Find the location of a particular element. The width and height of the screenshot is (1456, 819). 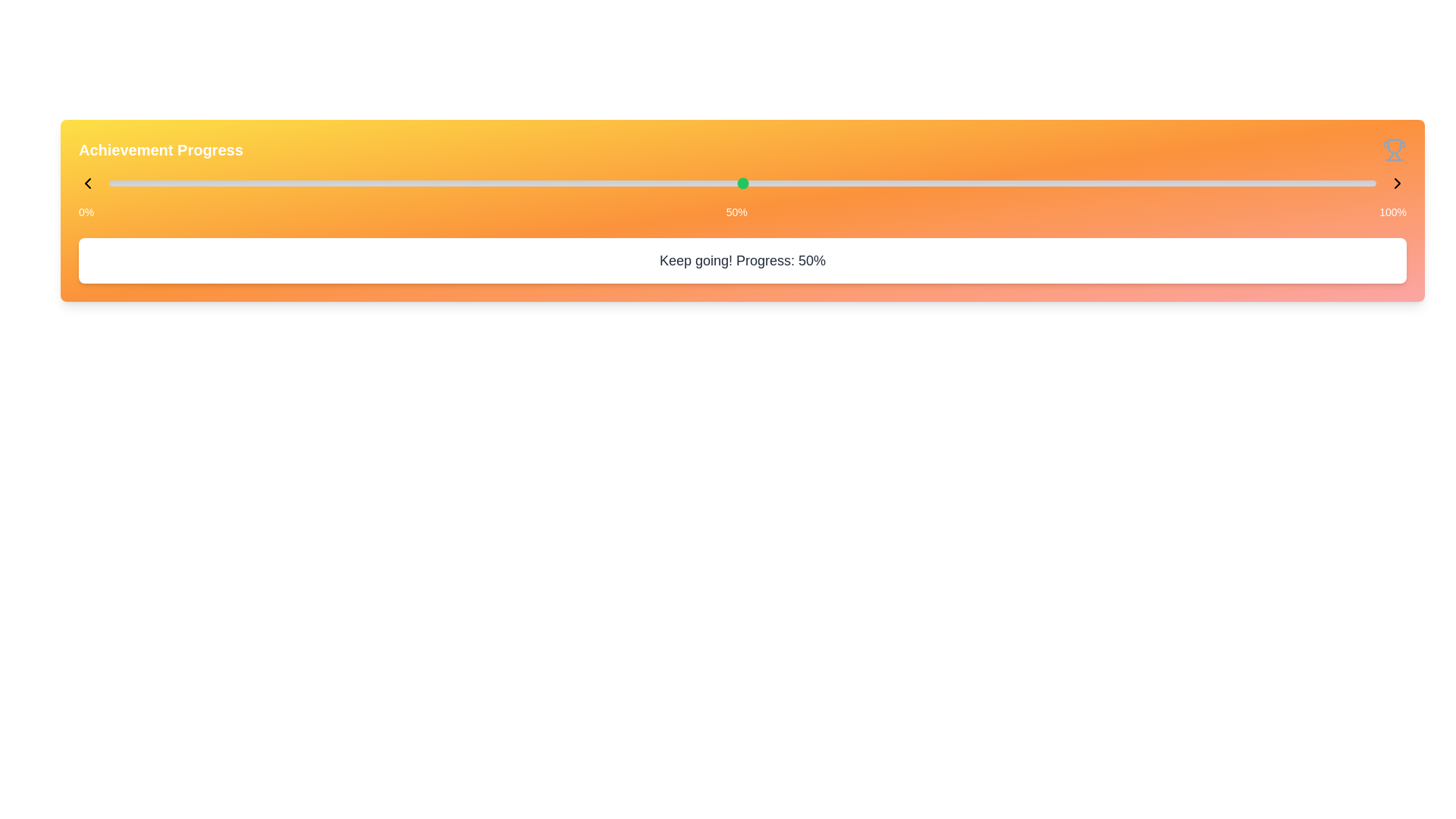

the horizontal slider with a gradient orange background, positioned between 'Achievement Progress' and 'Keep going! Progress: 50%' is located at coordinates (742, 183).